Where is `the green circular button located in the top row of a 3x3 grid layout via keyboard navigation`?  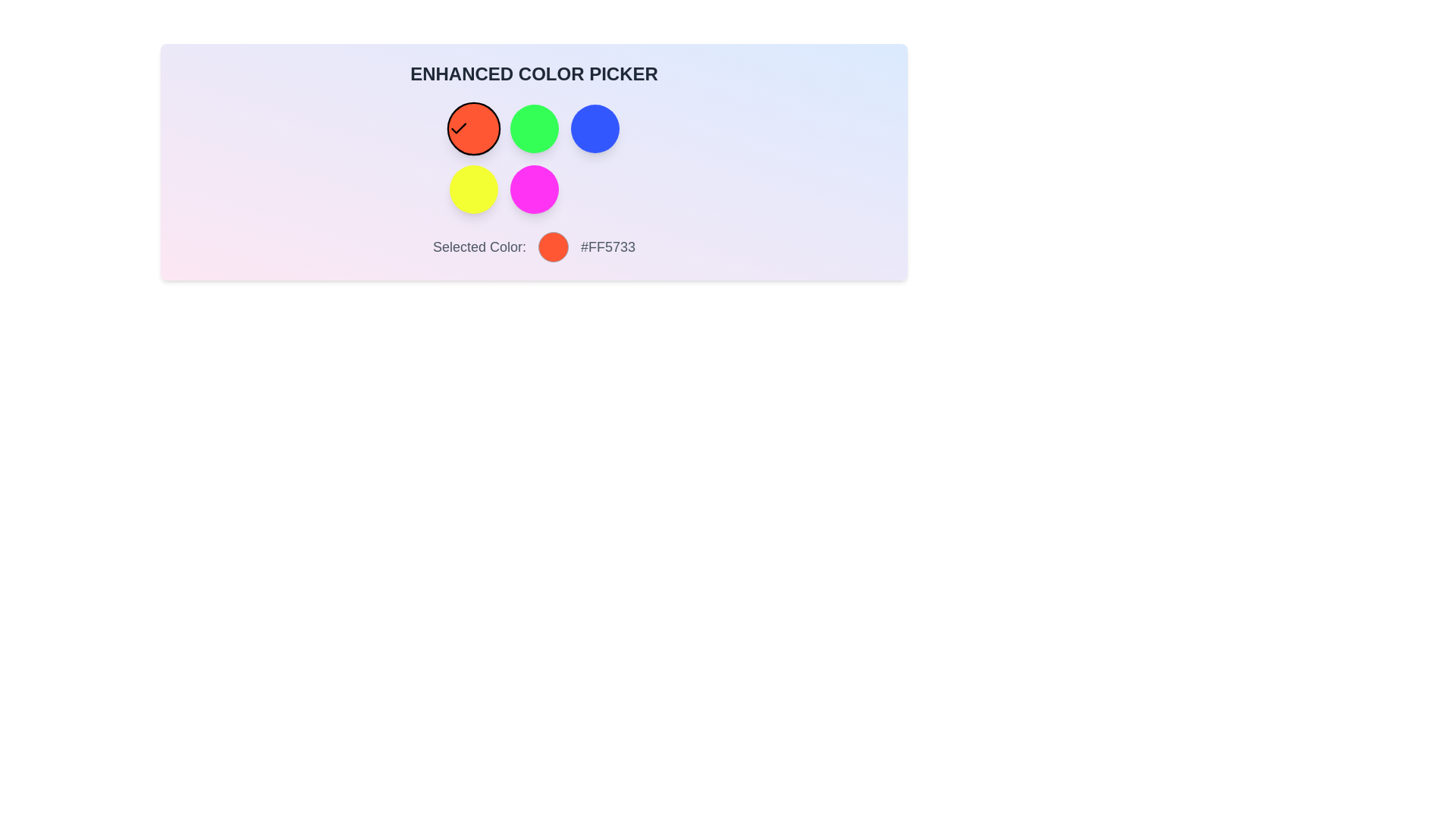
the green circular button located in the top row of a 3x3 grid layout via keyboard navigation is located at coordinates (534, 127).